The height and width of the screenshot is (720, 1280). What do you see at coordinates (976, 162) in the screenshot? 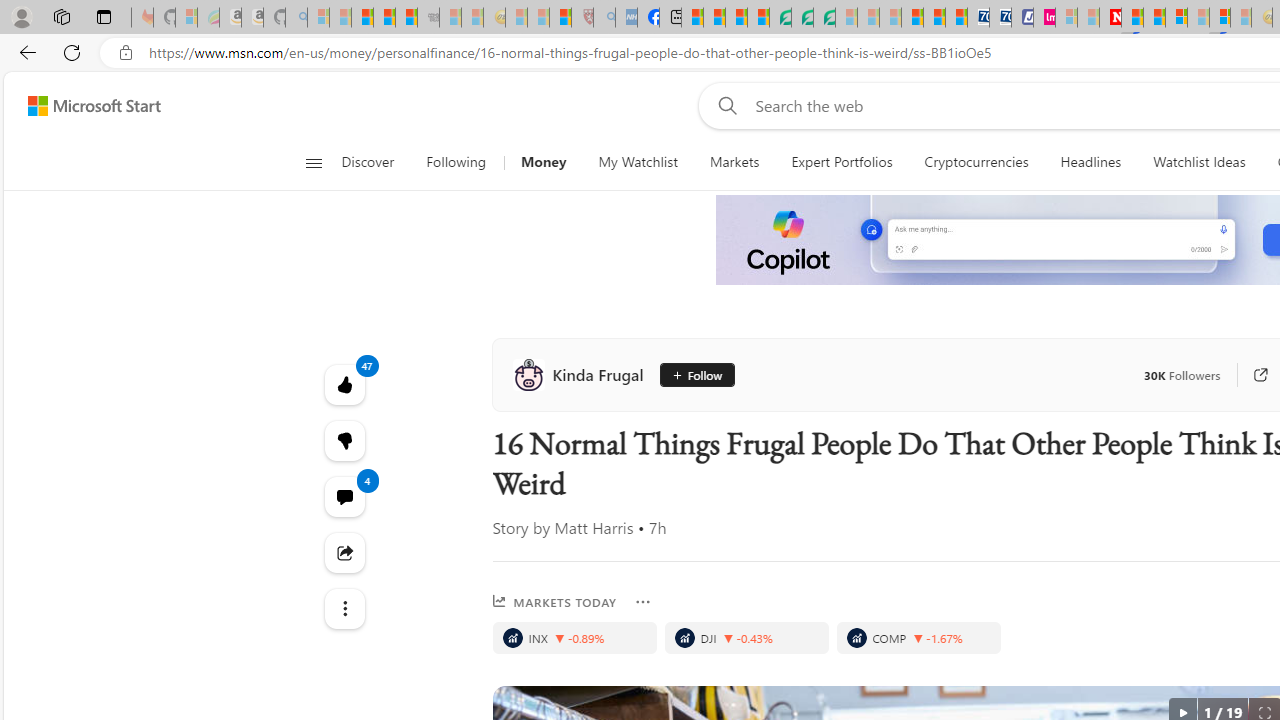
I see `'Cryptocurrencies'` at bounding box center [976, 162].